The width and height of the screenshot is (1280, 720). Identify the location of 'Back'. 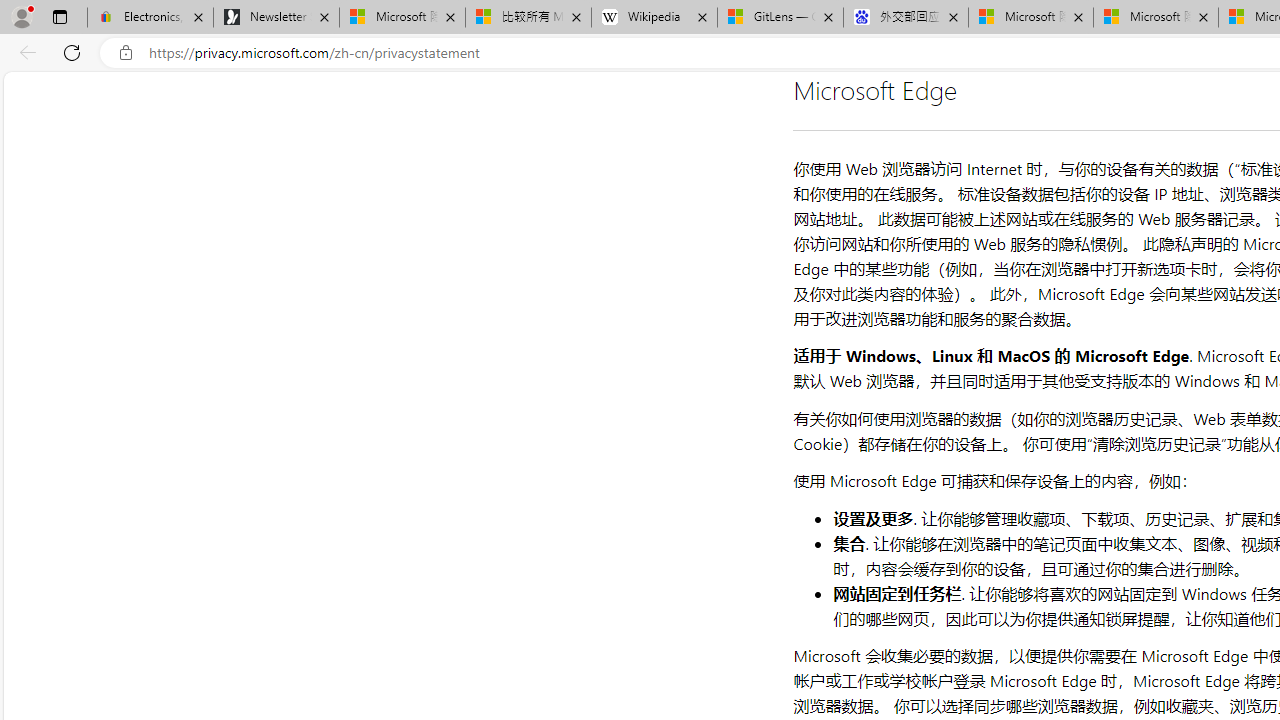
(24, 51).